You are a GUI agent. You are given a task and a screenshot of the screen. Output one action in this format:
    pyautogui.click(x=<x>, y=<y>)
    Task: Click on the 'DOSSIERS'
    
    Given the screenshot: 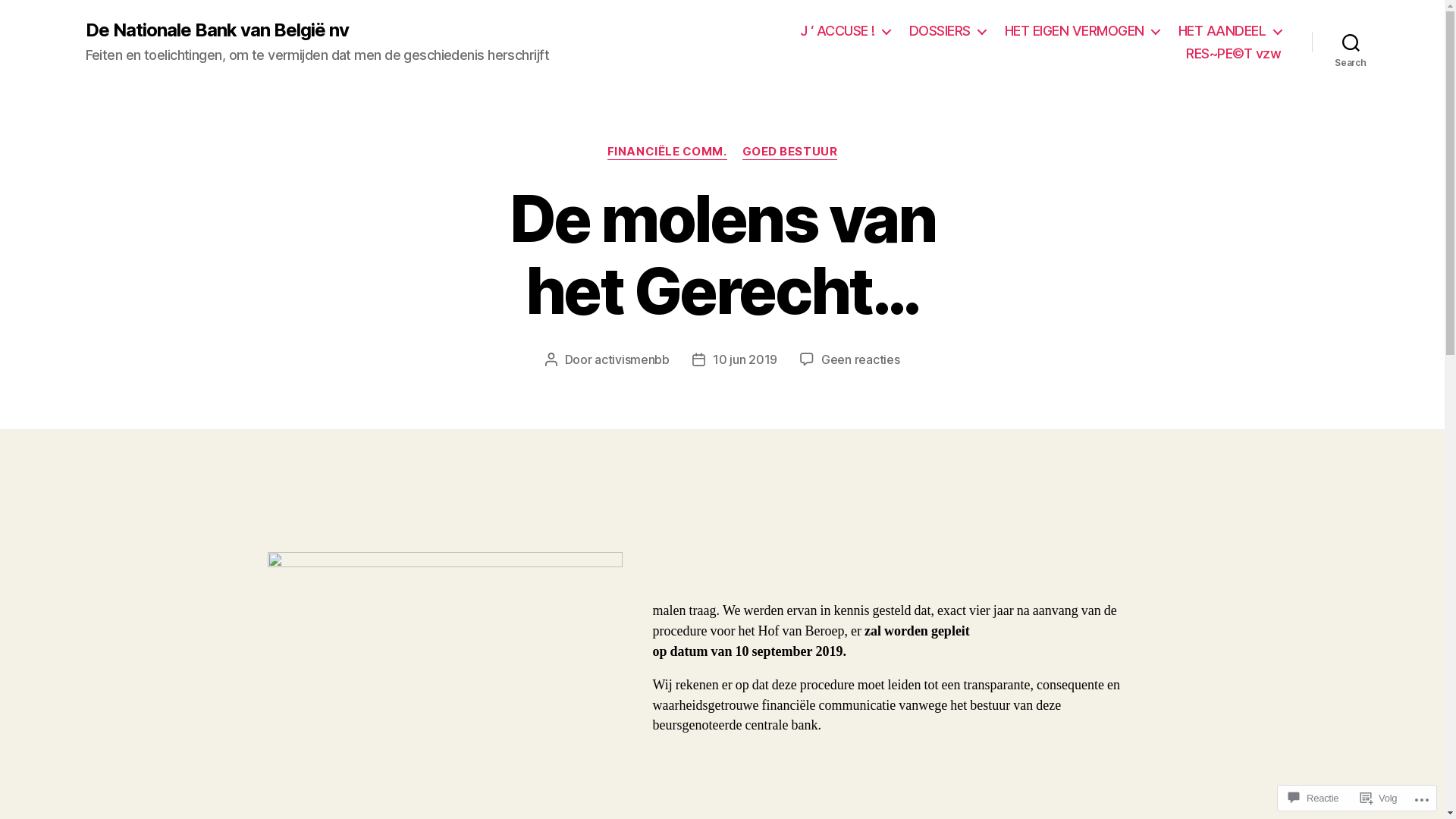 What is the action you would take?
    pyautogui.click(x=946, y=31)
    